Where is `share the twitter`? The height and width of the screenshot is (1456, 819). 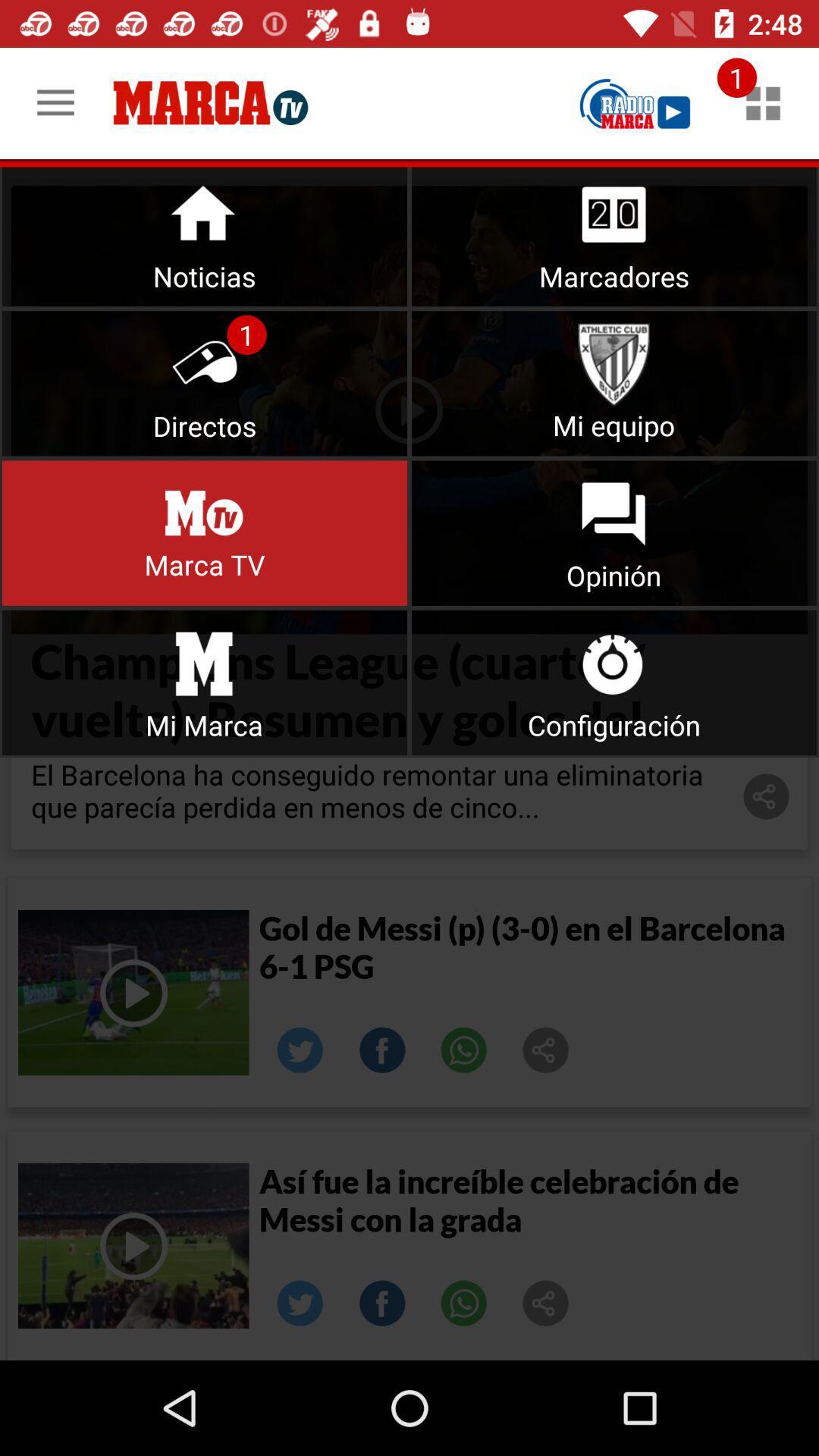 share the twitter is located at coordinates (300, 1050).